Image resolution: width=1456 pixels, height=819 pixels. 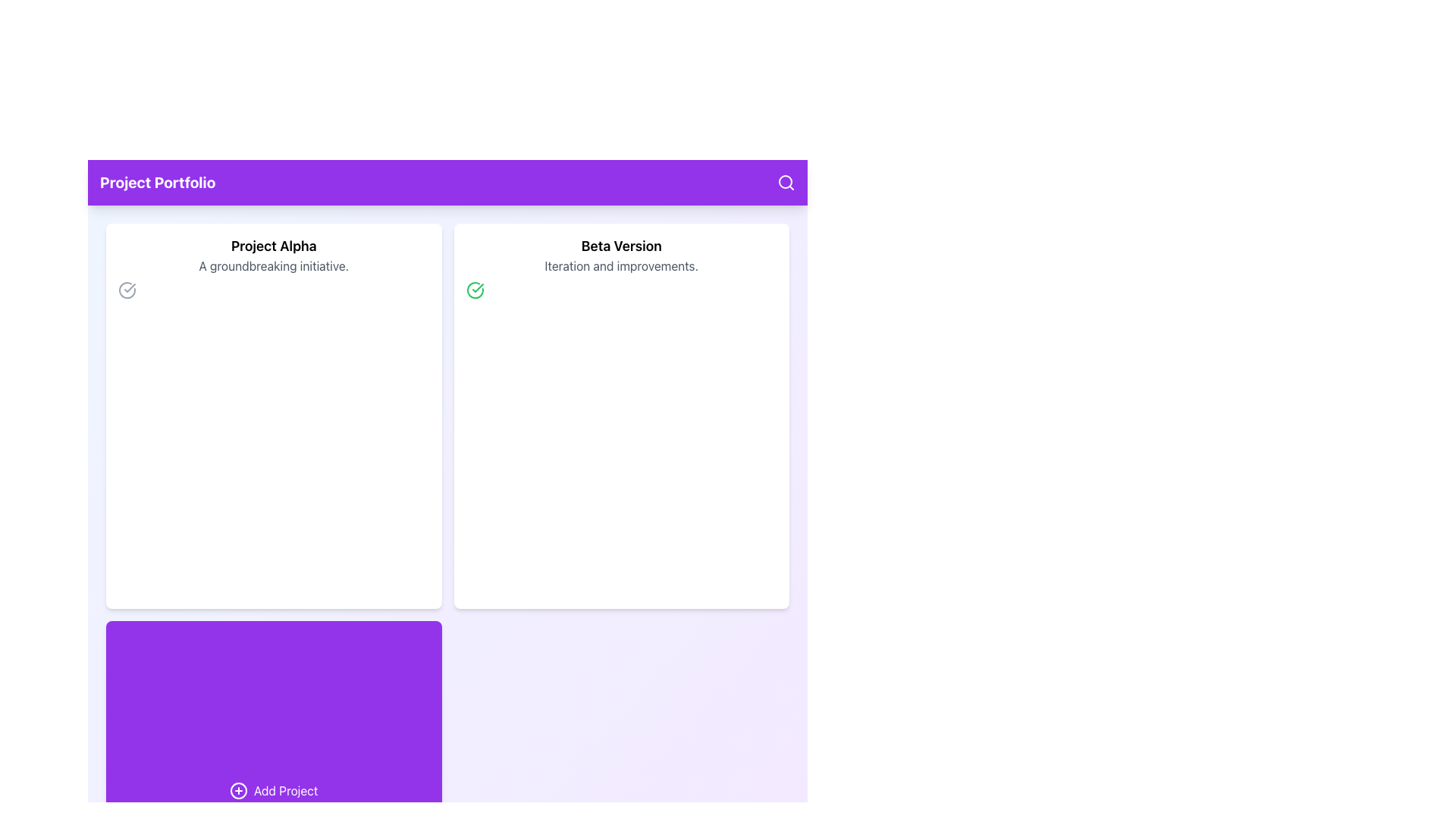 What do you see at coordinates (127, 290) in the screenshot?
I see `the gray SVG icon of a circle containing a checkmark located in the top-left corner of the 'Project Alpha' card for additional details` at bounding box center [127, 290].